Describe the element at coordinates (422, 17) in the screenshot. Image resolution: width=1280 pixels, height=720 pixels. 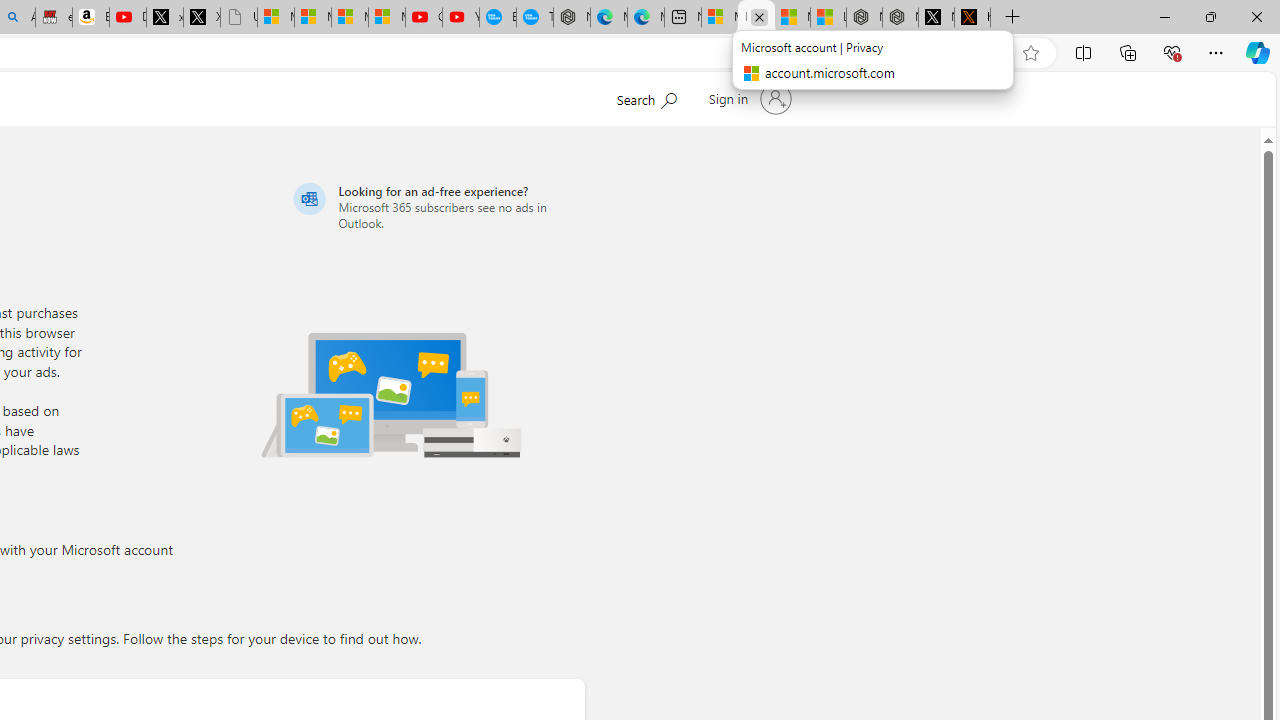
I see `'Gloom - YouTube'` at that location.